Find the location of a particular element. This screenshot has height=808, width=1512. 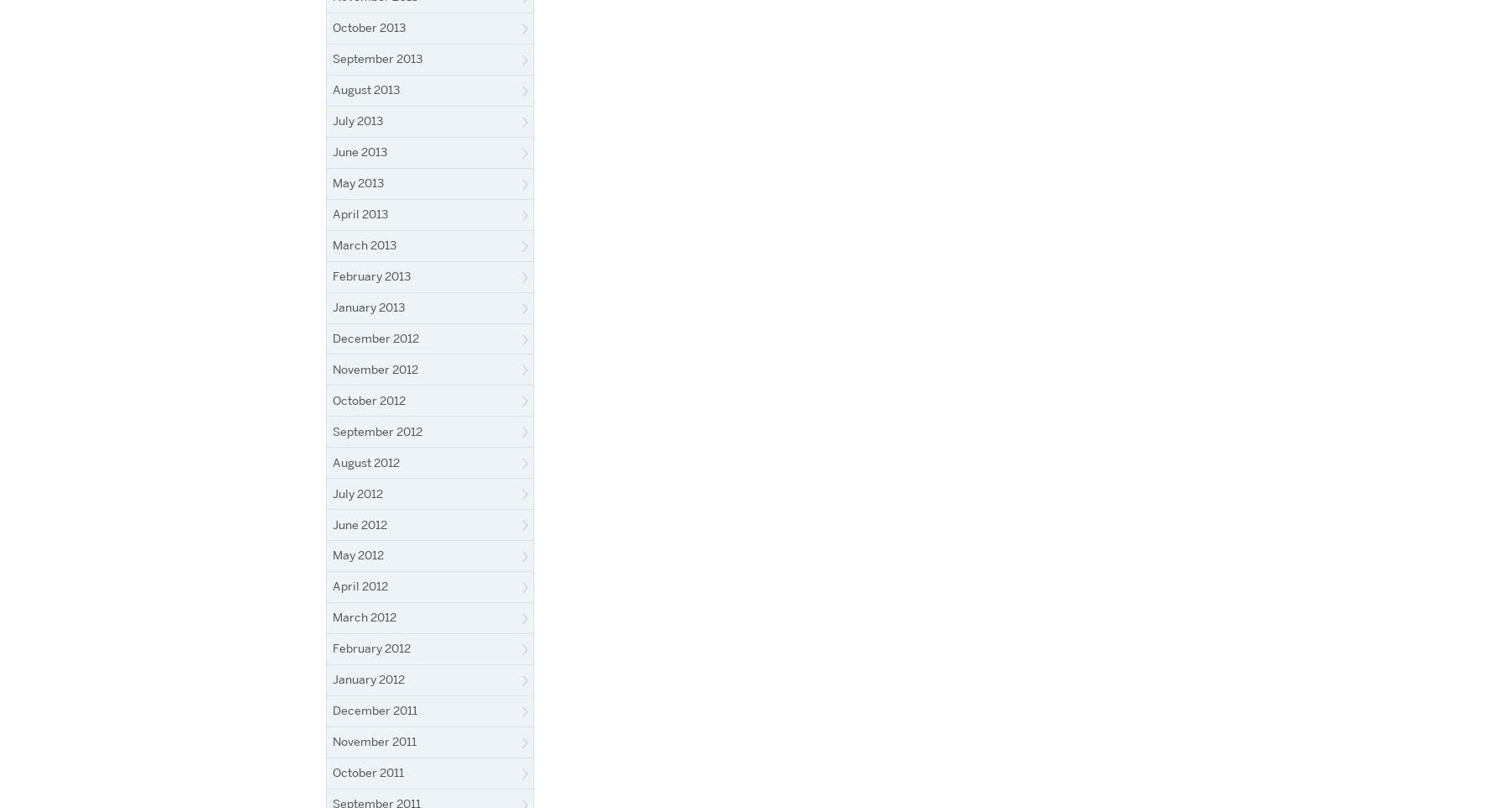

'May 2013' is located at coordinates (333, 181).